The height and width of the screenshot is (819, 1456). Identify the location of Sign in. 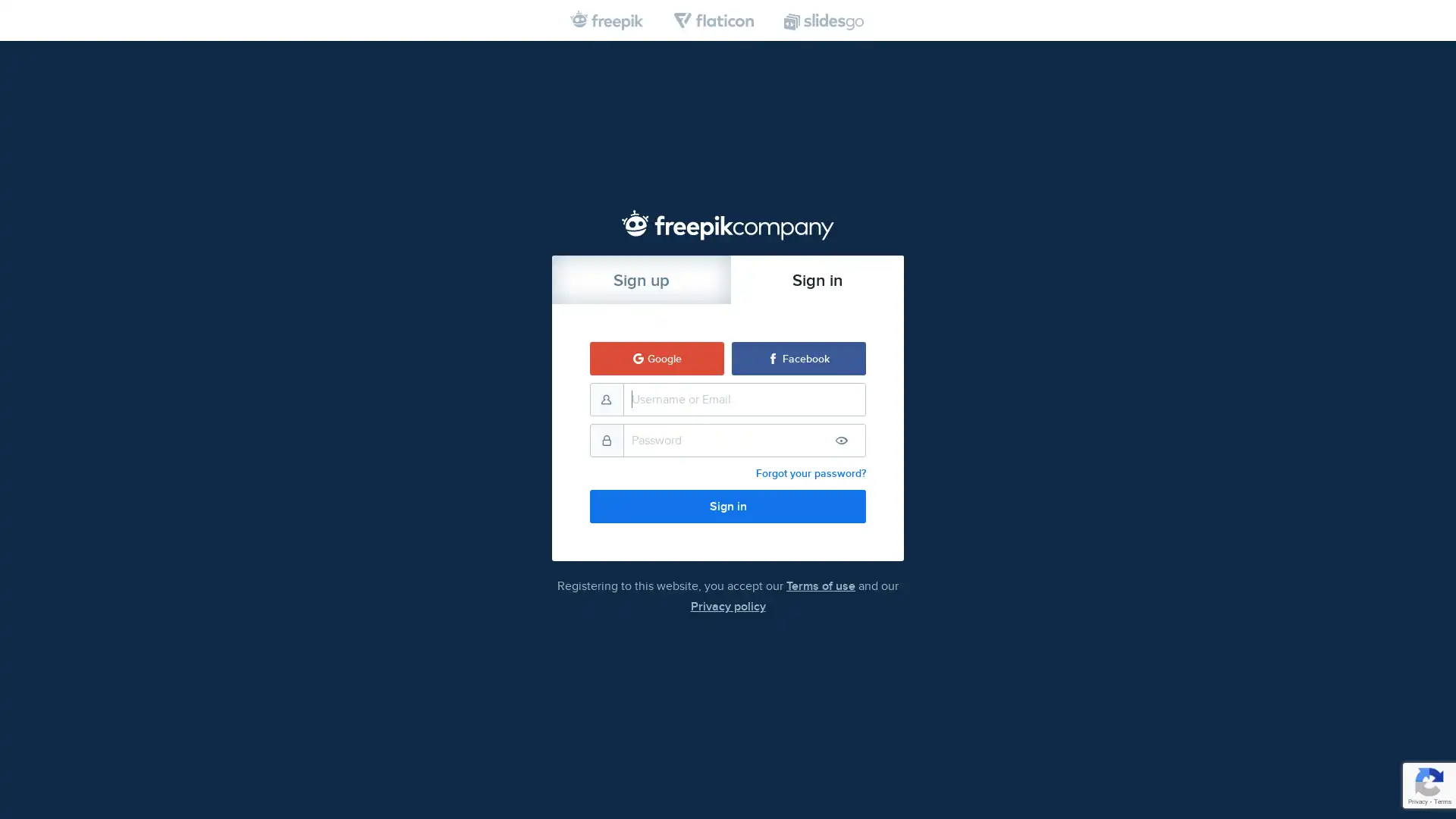
(817, 278).